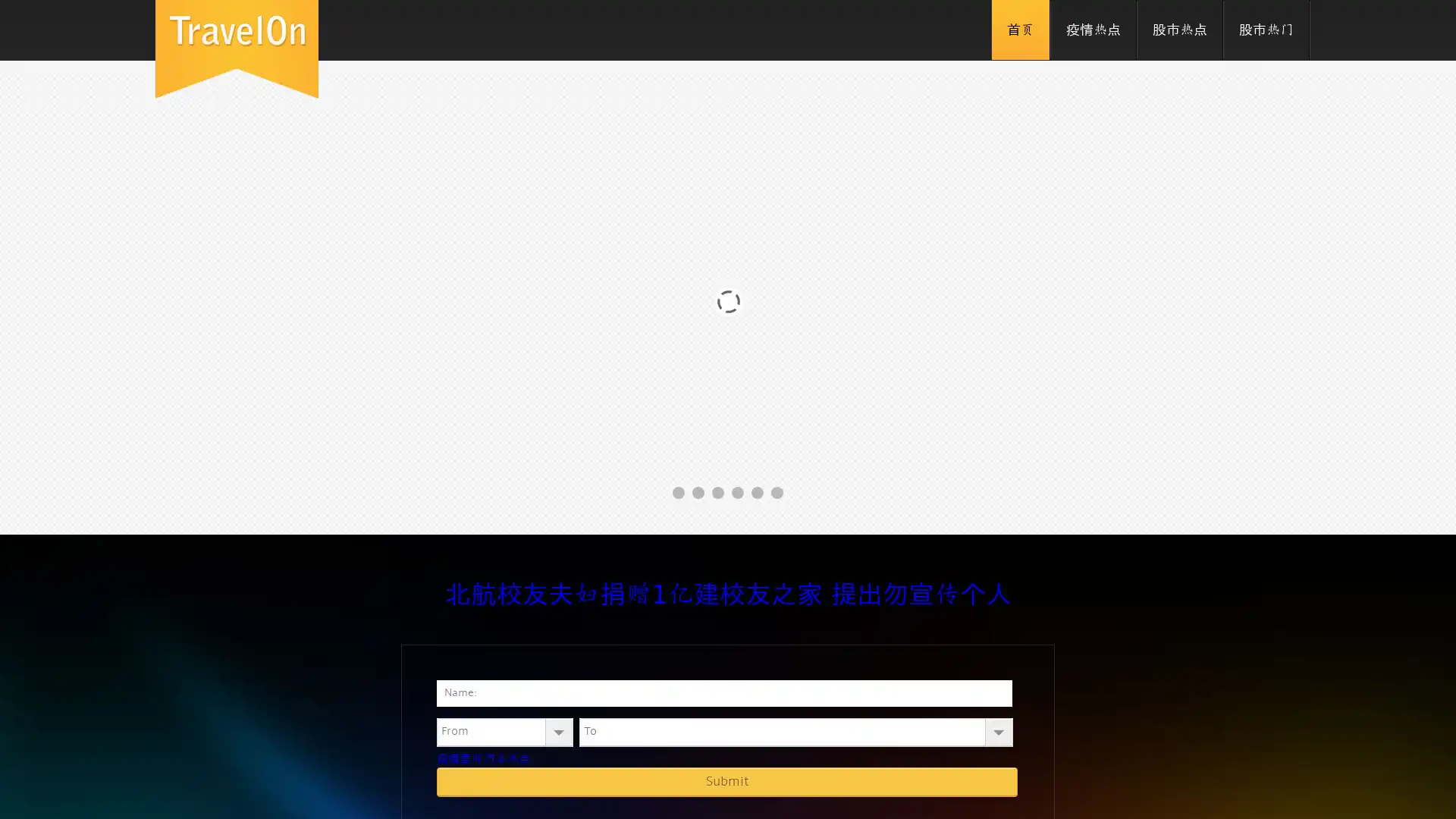 This screenshot has height=819, width=1456. I want to click on submit, so click(726, 781).